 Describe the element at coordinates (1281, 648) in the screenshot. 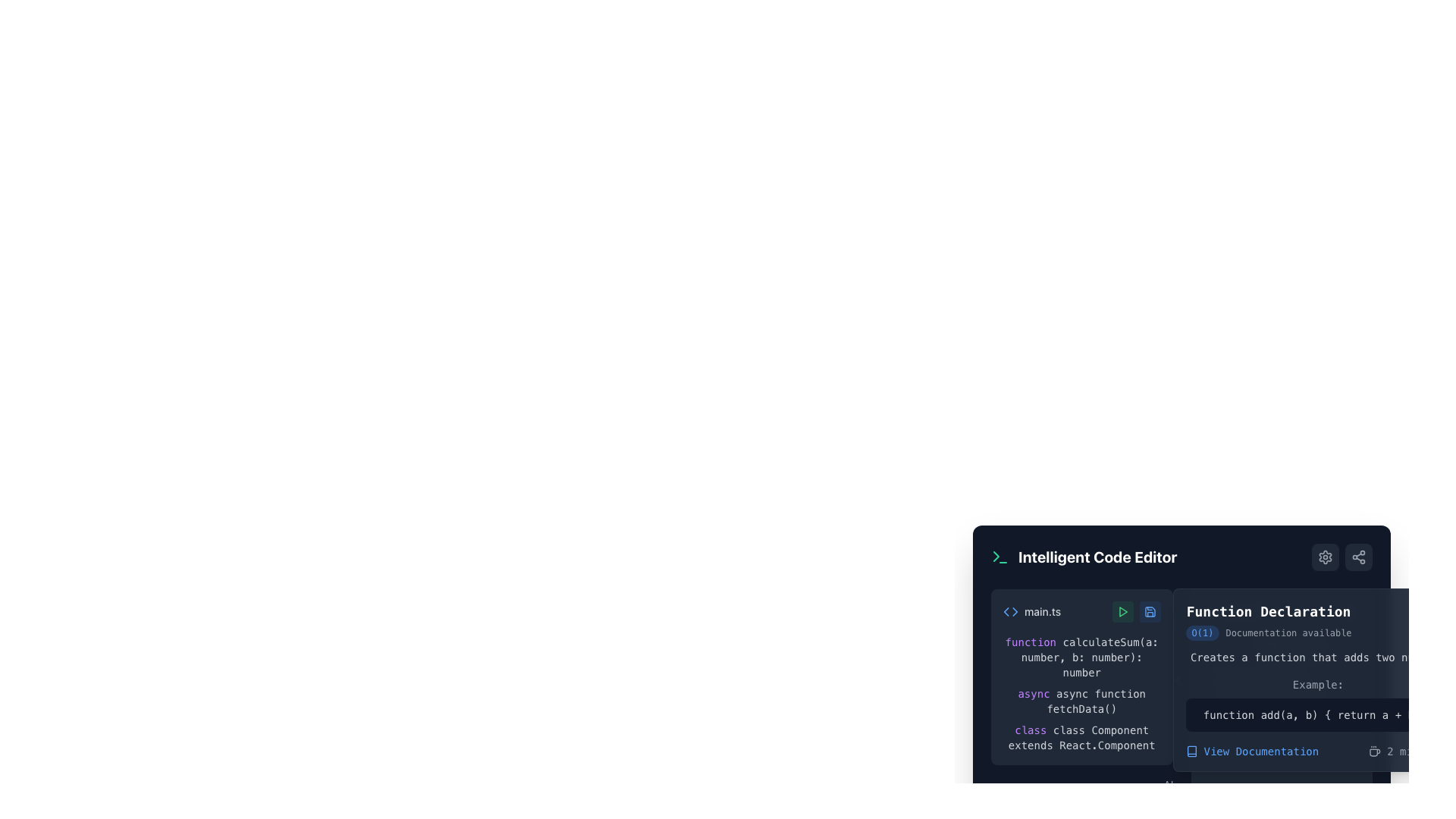

I see `the static text label indicating successful compilation` at that location.